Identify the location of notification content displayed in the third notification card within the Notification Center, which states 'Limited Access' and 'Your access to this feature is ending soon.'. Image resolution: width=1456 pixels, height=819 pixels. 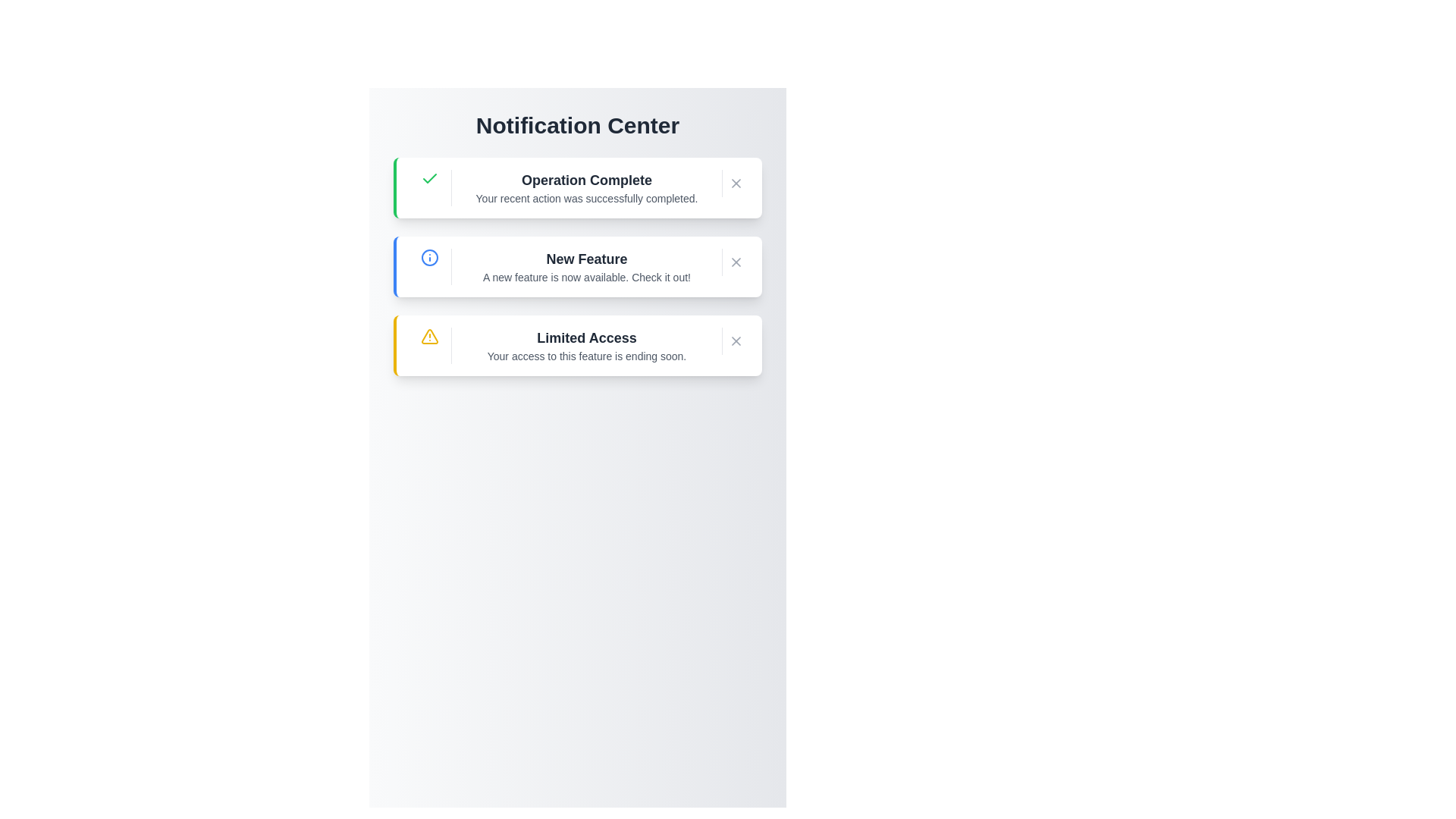
(585, 345).